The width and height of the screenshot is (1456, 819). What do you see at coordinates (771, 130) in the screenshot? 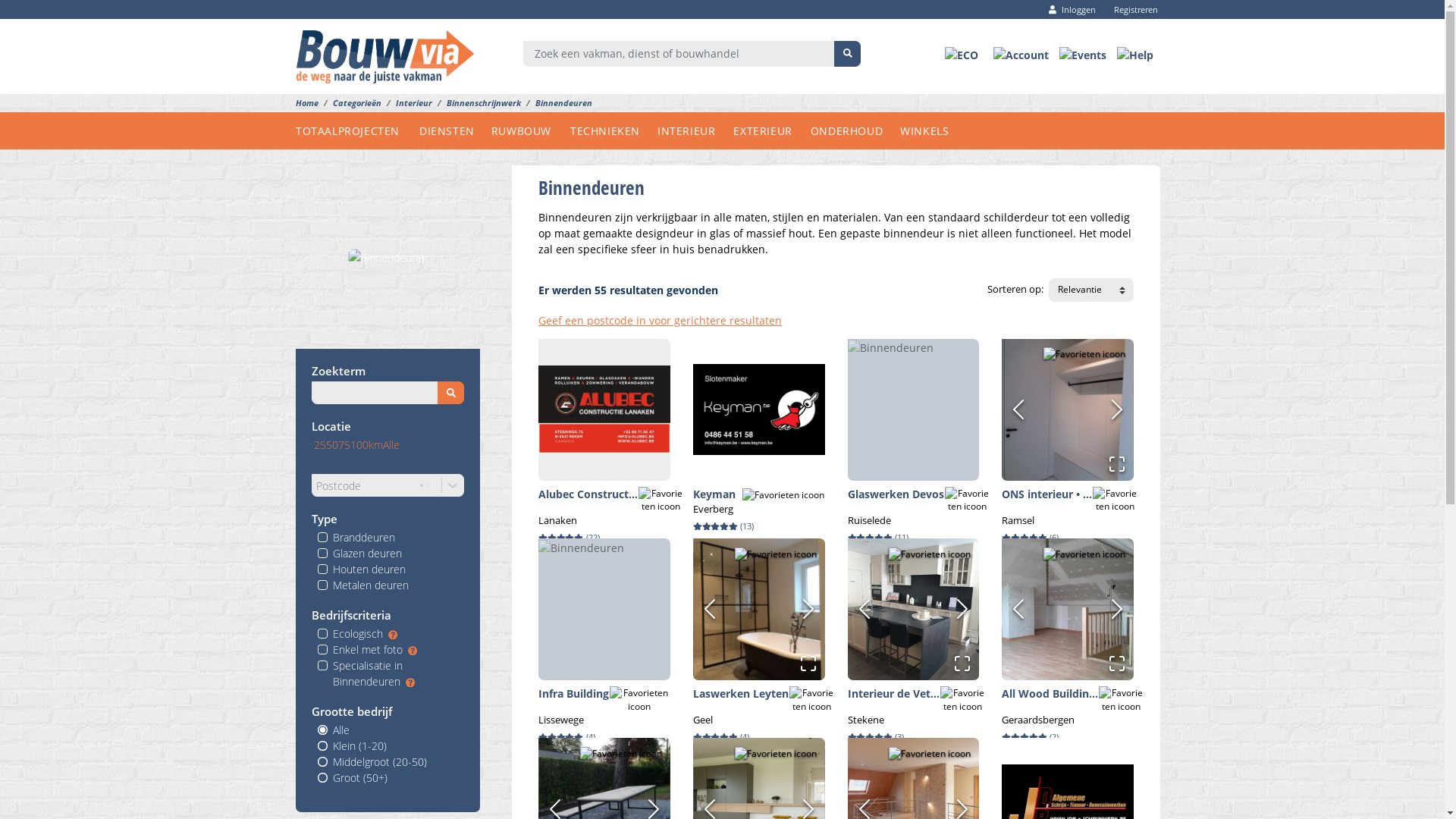
I see `'EXTERIEUR'` at bounding box center [771, 130].